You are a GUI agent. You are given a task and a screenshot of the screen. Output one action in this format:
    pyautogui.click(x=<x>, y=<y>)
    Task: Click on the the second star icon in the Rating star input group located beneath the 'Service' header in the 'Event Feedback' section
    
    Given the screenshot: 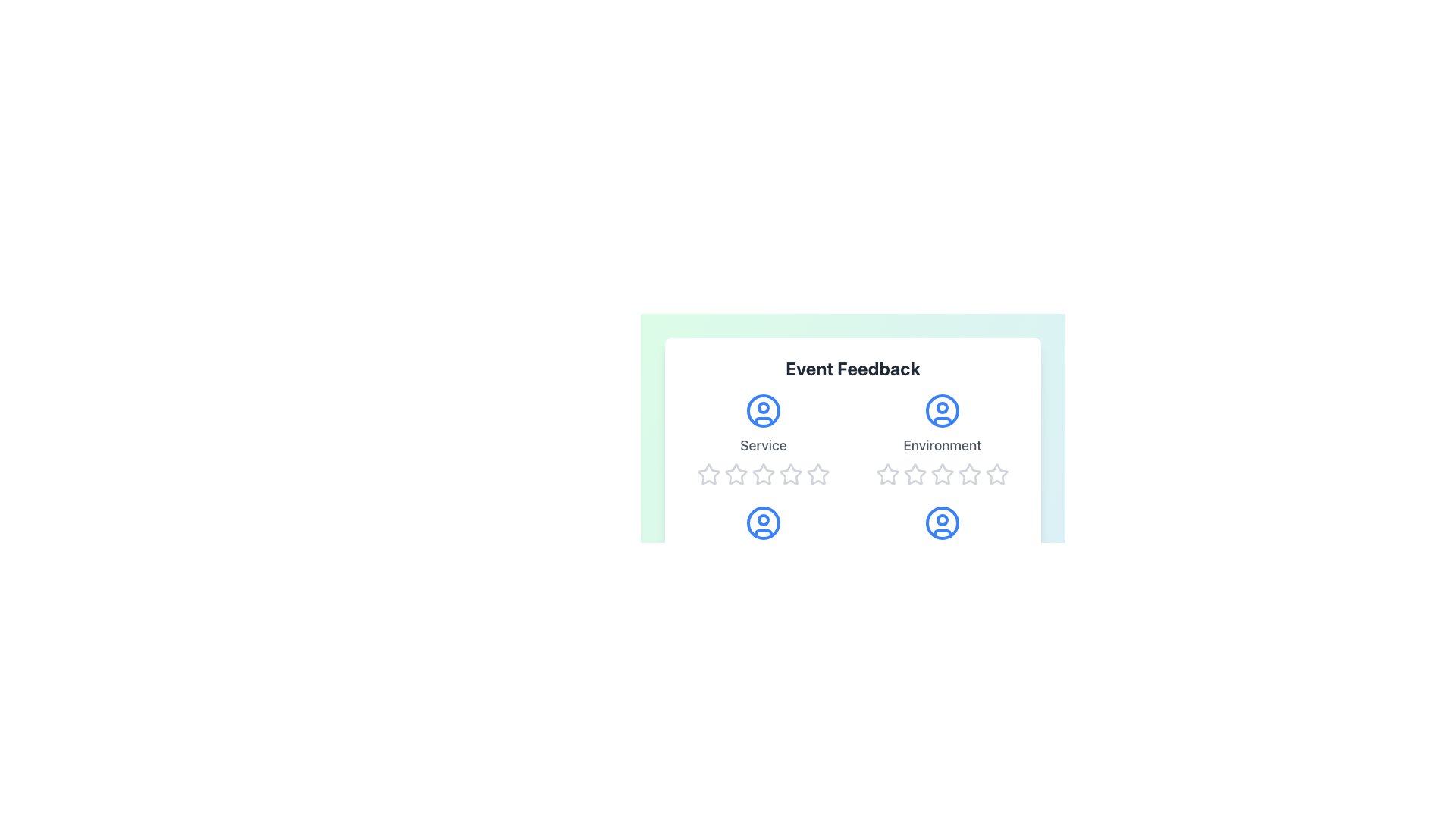 What is the action you would take?
    pyautogui.click(x=736, y=473)
    